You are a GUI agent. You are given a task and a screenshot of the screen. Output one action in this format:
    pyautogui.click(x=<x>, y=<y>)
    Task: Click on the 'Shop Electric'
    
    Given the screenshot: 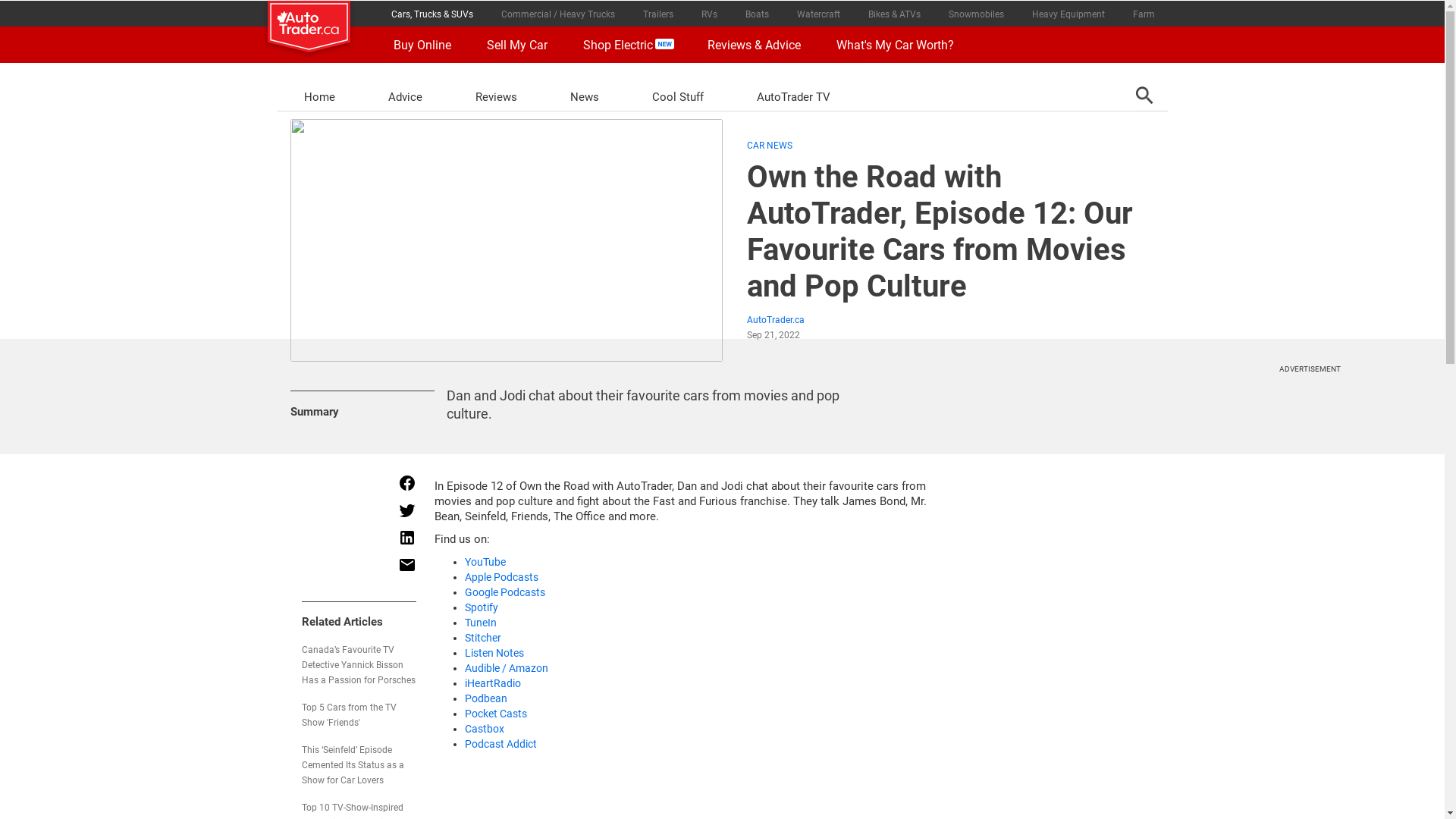 What is the action you would take?
    pyautogui.click(x=559, y=43)
    